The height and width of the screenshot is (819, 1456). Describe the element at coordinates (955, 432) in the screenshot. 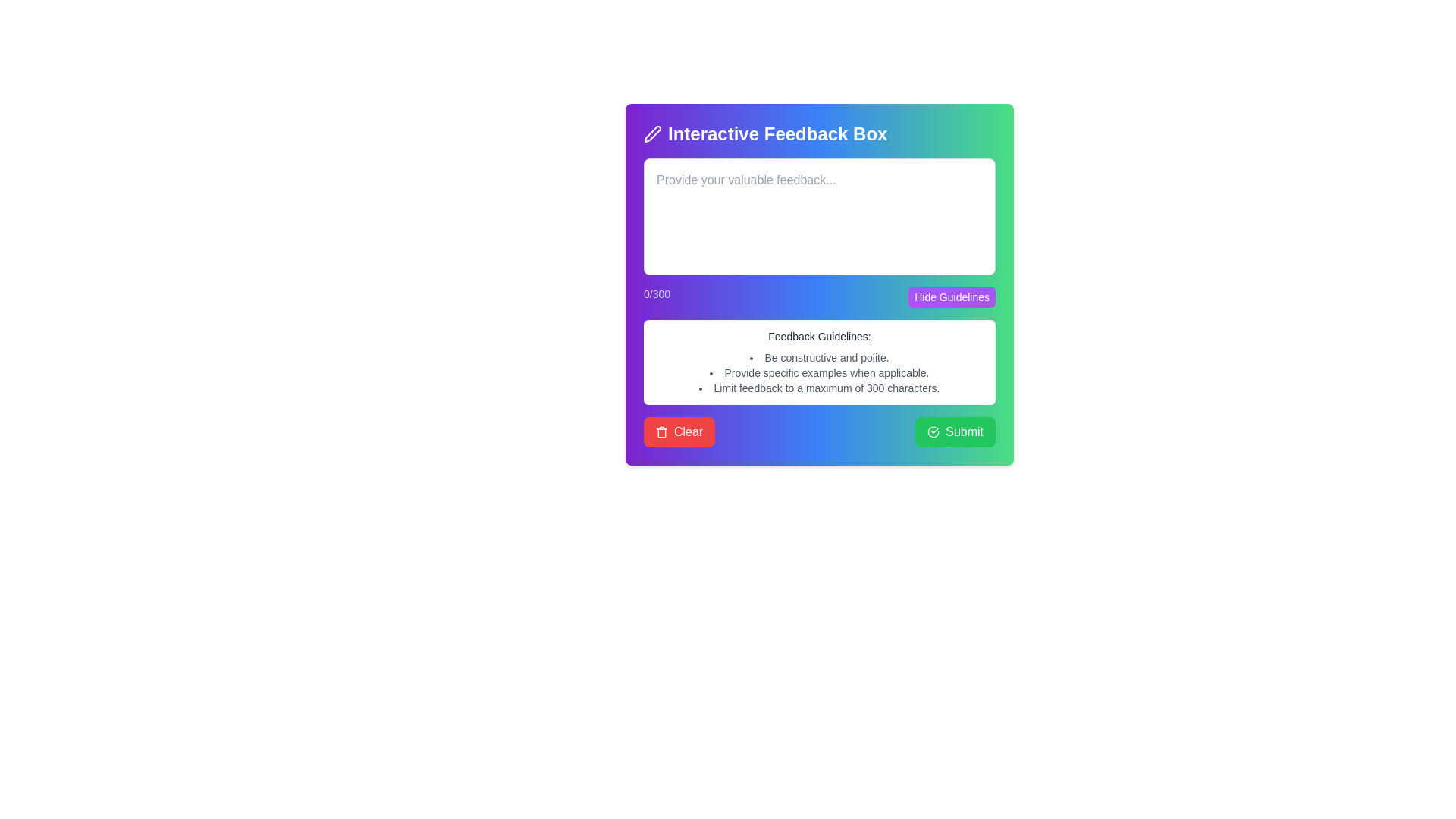

I see `the 'Submit' button, which is a rectangular button with a green background and white text including a checkmark icon` at that location.